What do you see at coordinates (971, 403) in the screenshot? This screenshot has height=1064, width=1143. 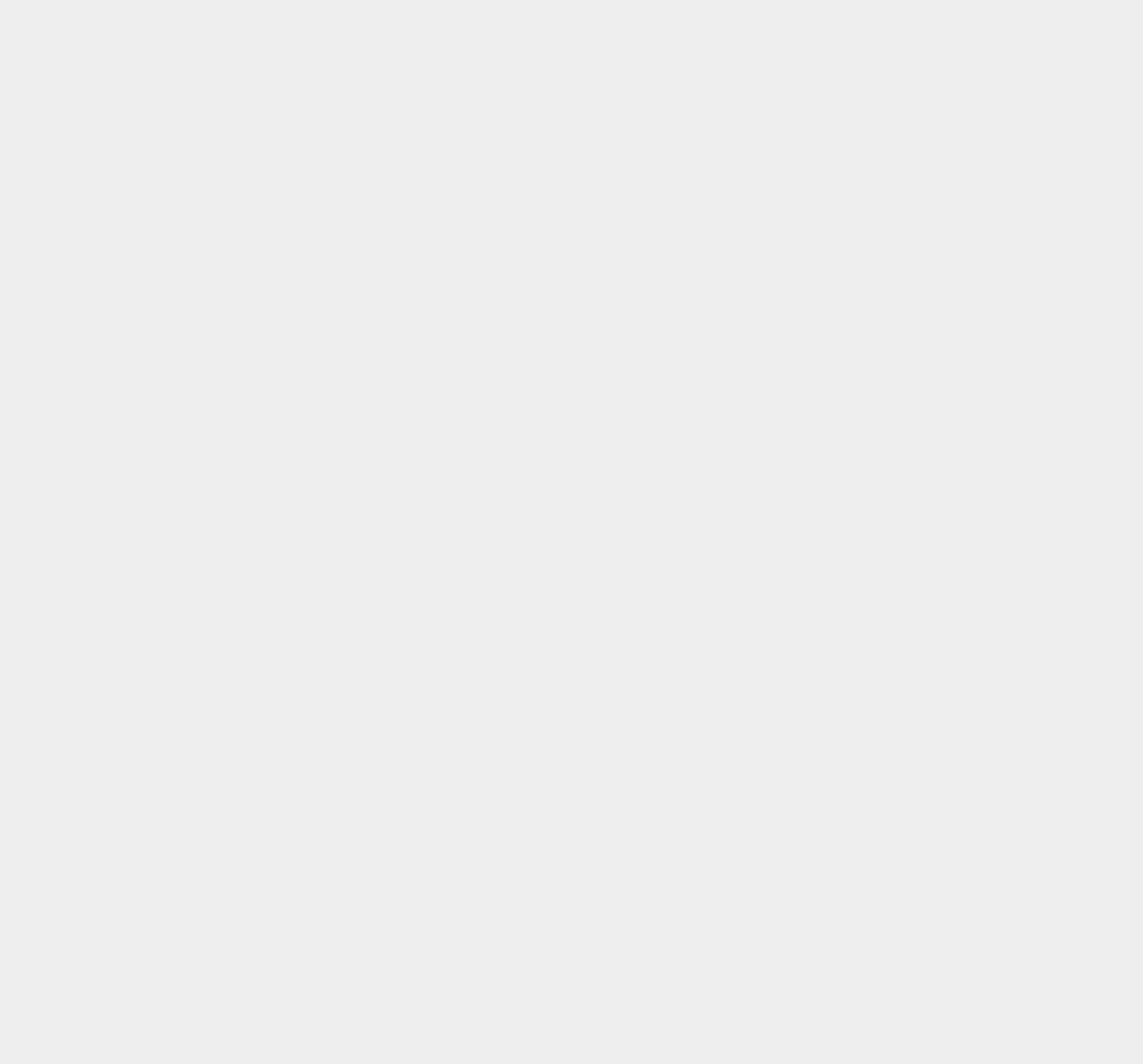 I see `'Jailbreak iOS 16.7.2 using Palera1n with Sileo or Cydia Installation [Guide]'` at bounding box center [971, 403].